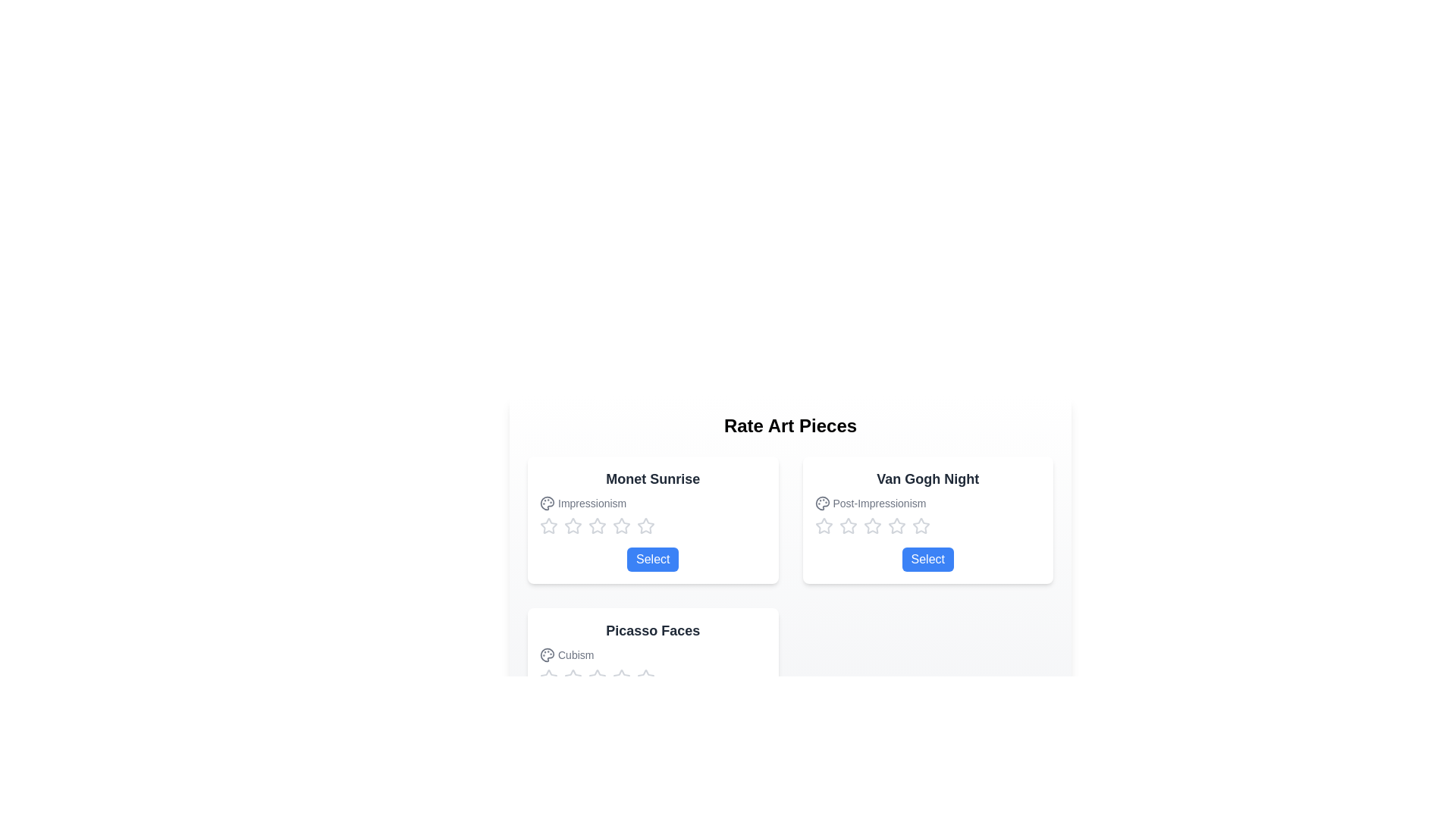  What do you see at coordinates (653, 671) in the screenshot?
I see `the stars in the Content card titled 'Picasso Faces'` at bounding box center [653, 671].